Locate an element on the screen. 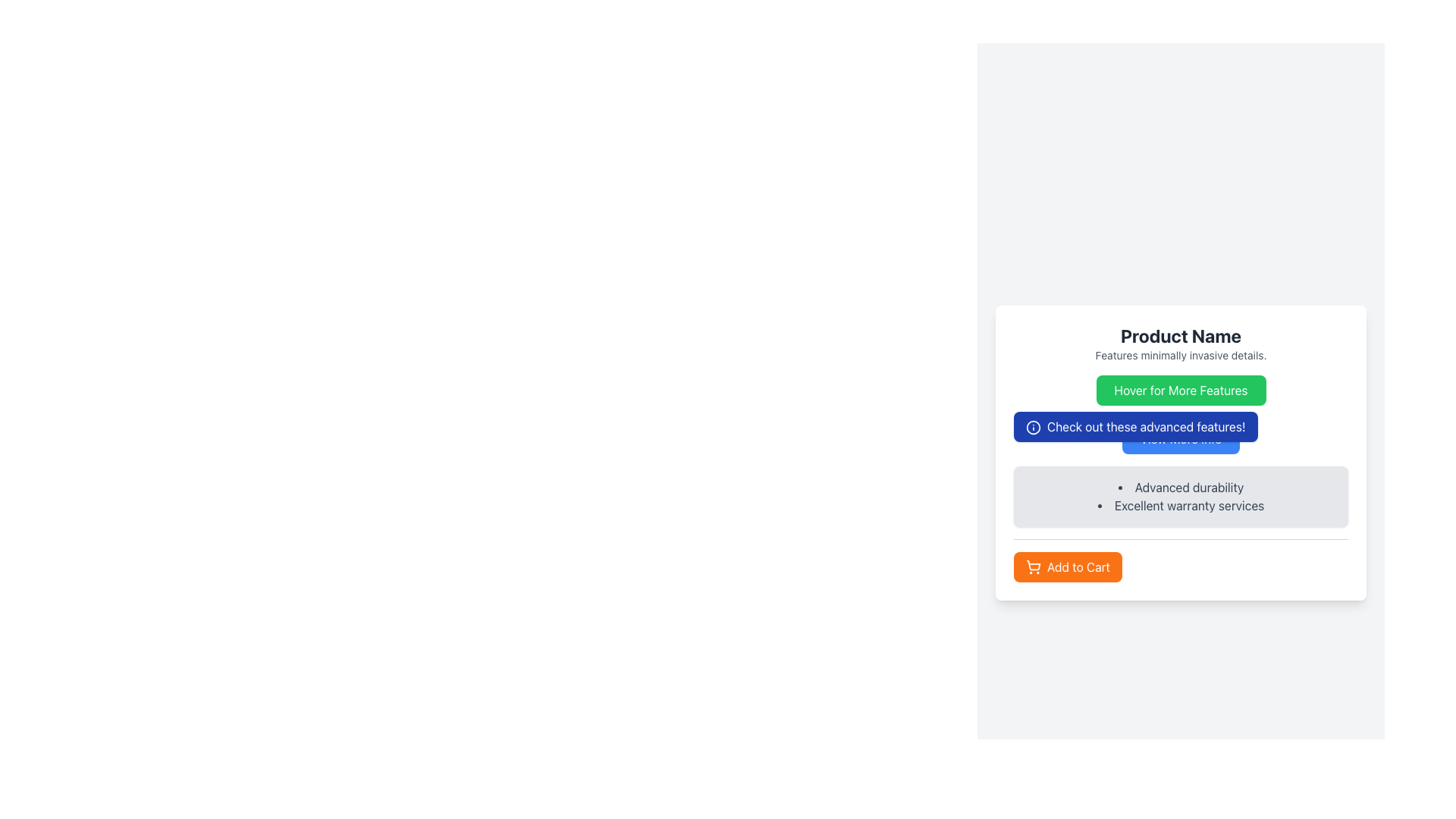 The width and height of the screenshot is (1456, 819). the informational icon located within the blue tooltip directly below the green button labeled 'Hover for More Features', positioned to the left of the tooltip's text content is located at coordinates (1033, 427).